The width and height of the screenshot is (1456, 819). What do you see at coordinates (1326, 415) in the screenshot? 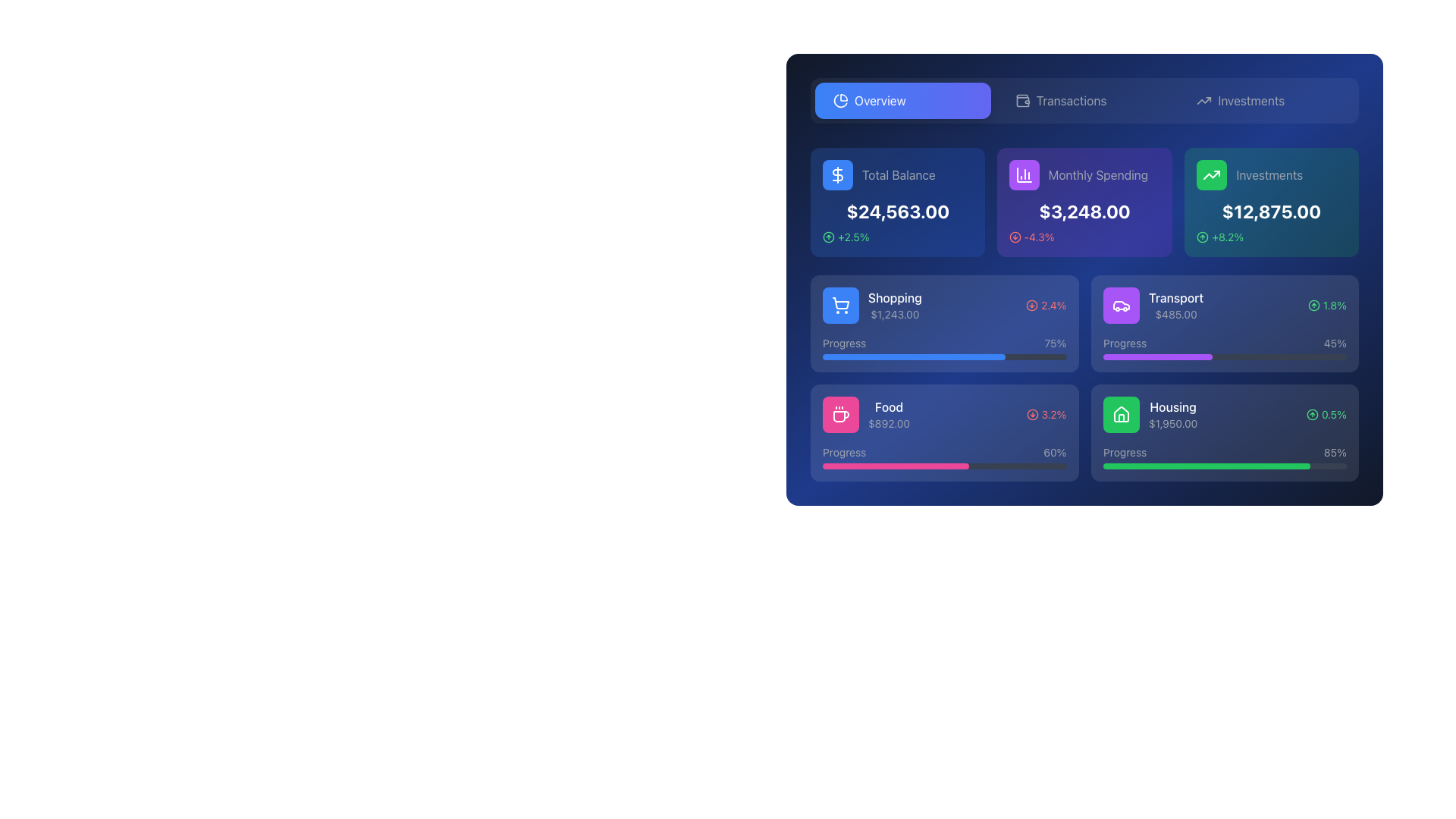
I see `the Text with Icon displaying a 0.5% increase in the 'Housing' category` at bounding box center [1326, 415].